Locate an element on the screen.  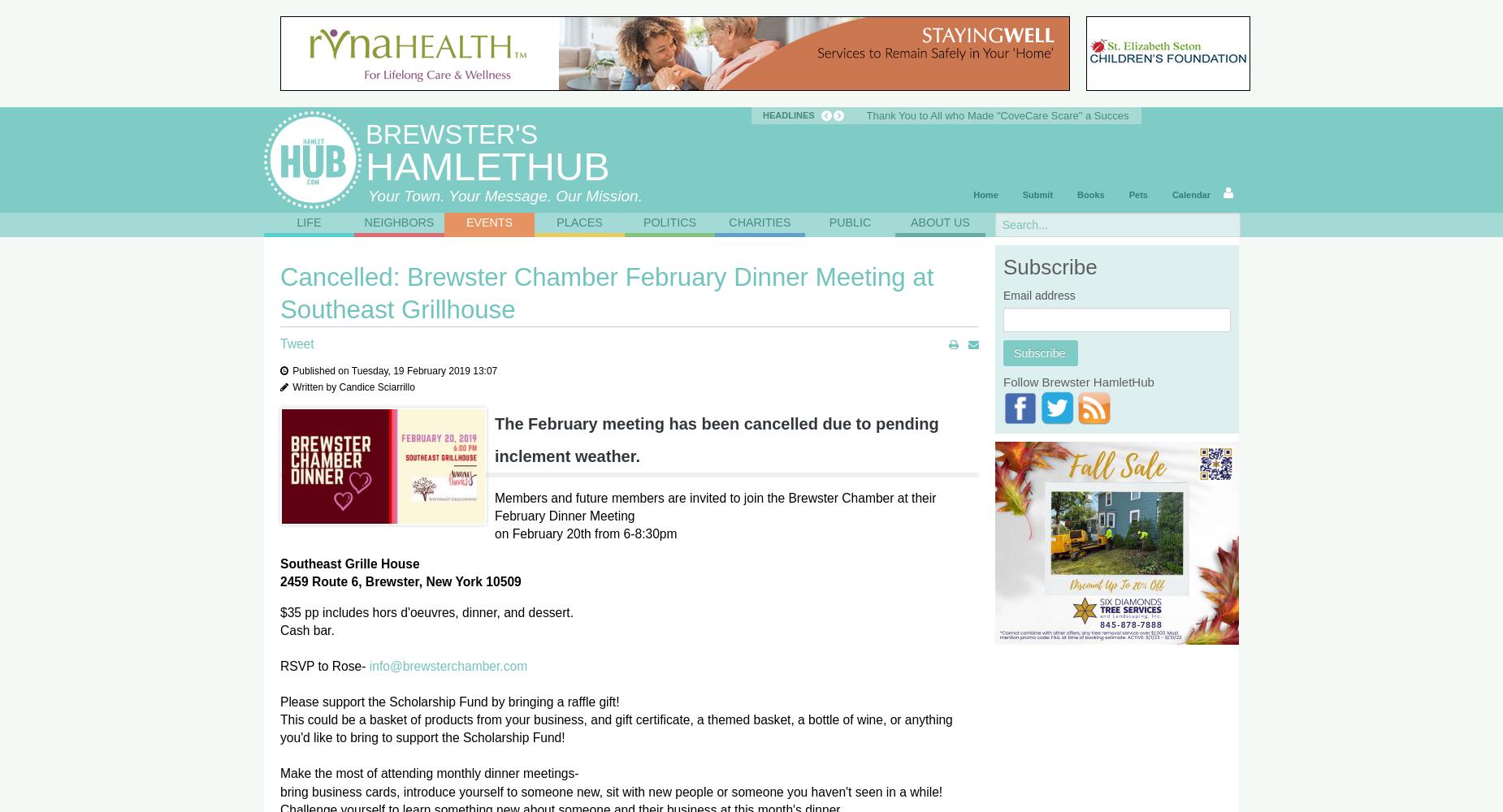
'Please support the Scholarship Fund by bringing a raffle gift!' is located at coordinates (449, 701).